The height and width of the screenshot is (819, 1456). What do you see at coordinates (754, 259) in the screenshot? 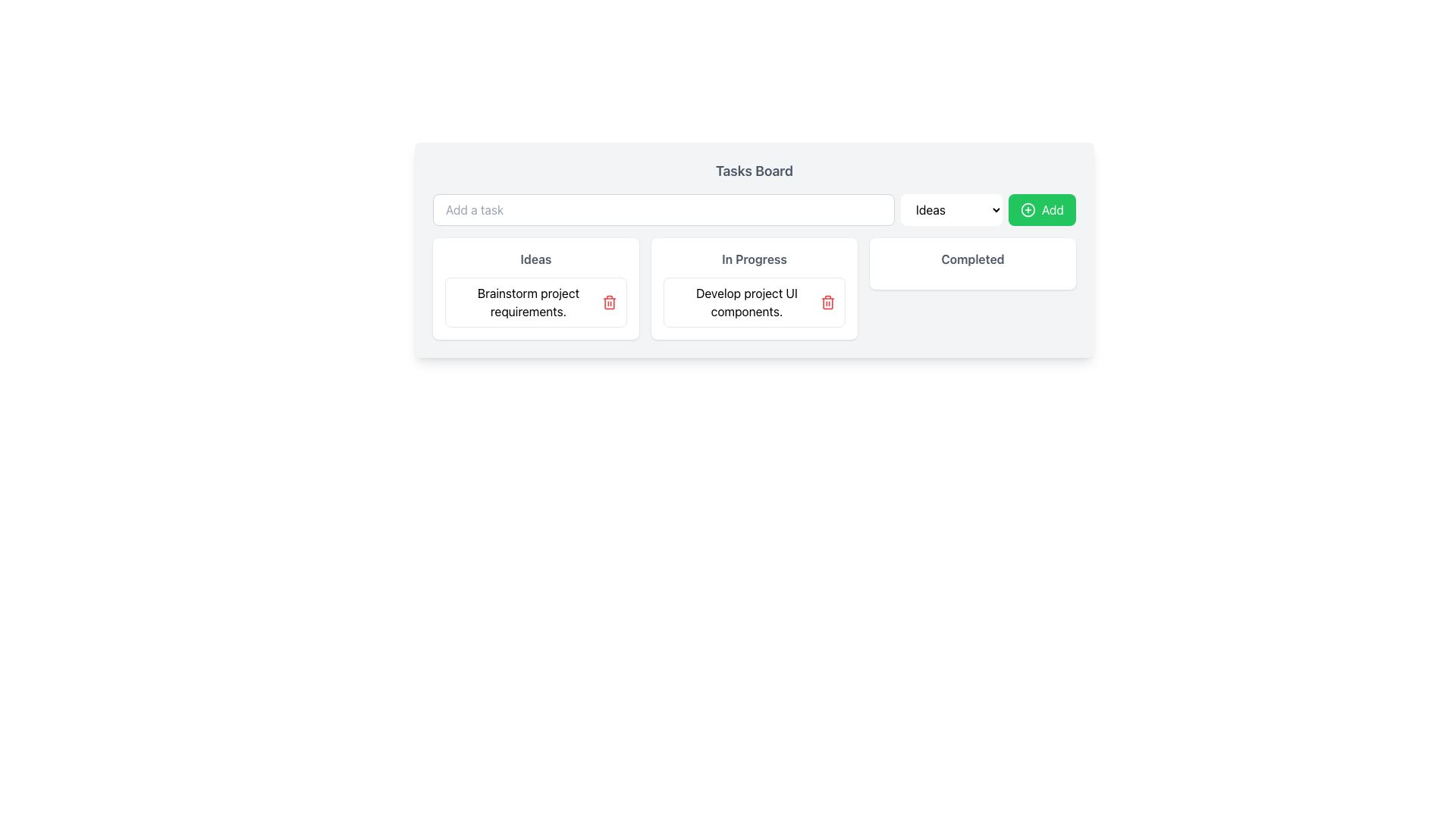
I see `the text label displaying 'In Progress' in bold light gray, located at the top of the card for 'In Progress' tasks` at bounding box center [754, 259].